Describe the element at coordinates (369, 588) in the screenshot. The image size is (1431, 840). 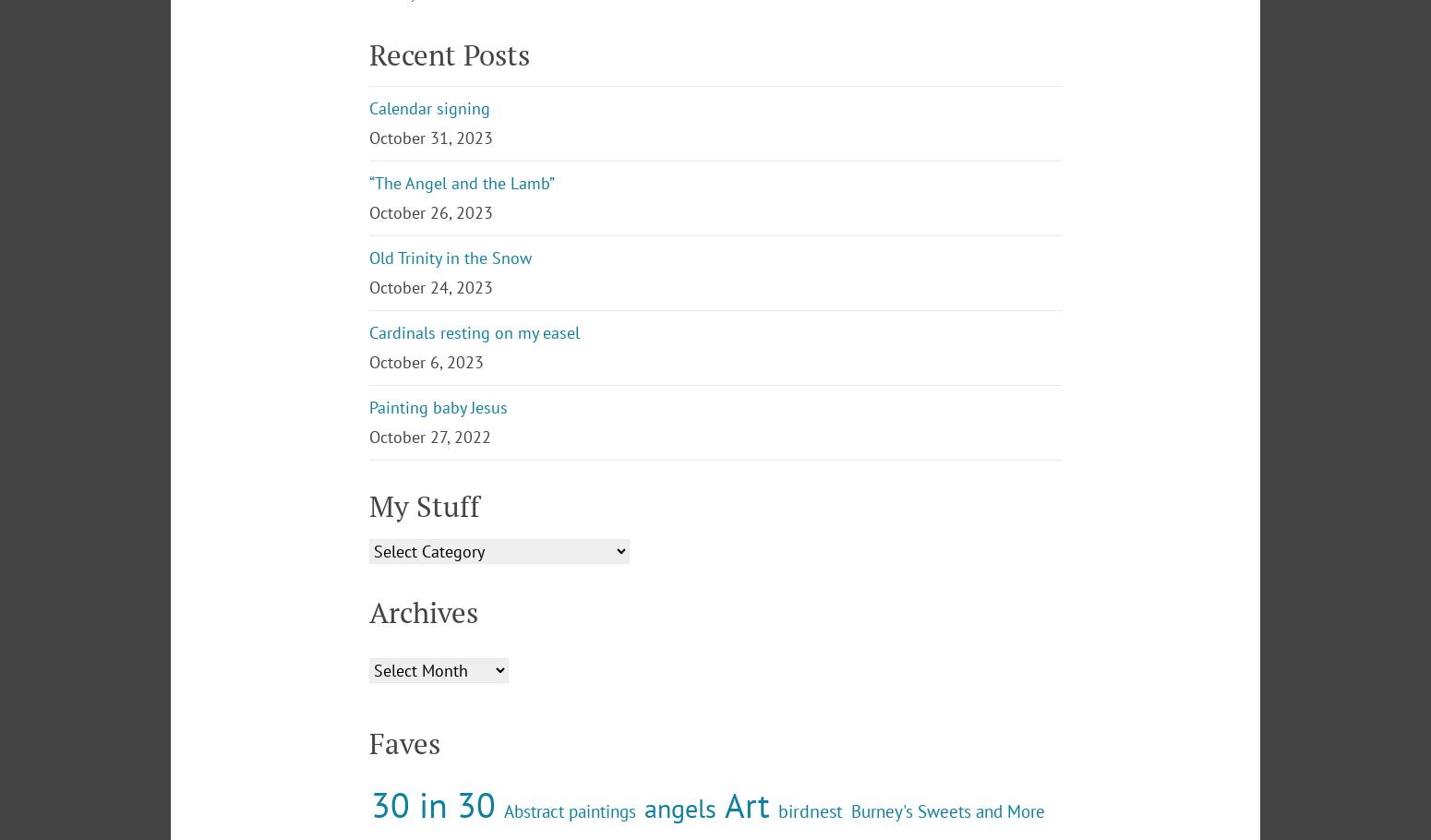
I see `'October 27, 2022'` at that location.